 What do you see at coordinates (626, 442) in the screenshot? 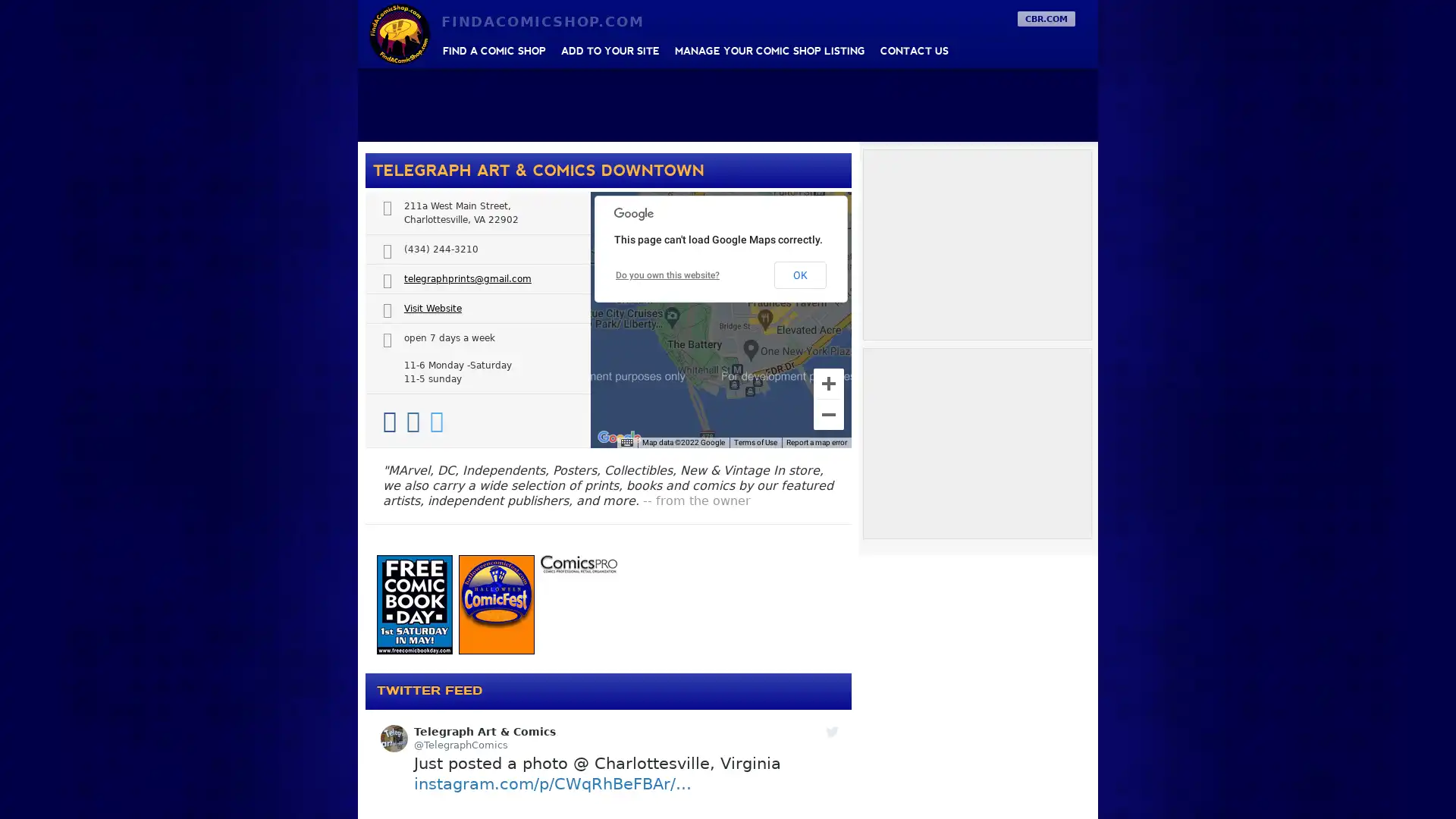
I see `Keyboard shortcuts` at bounding box center [626, 442].